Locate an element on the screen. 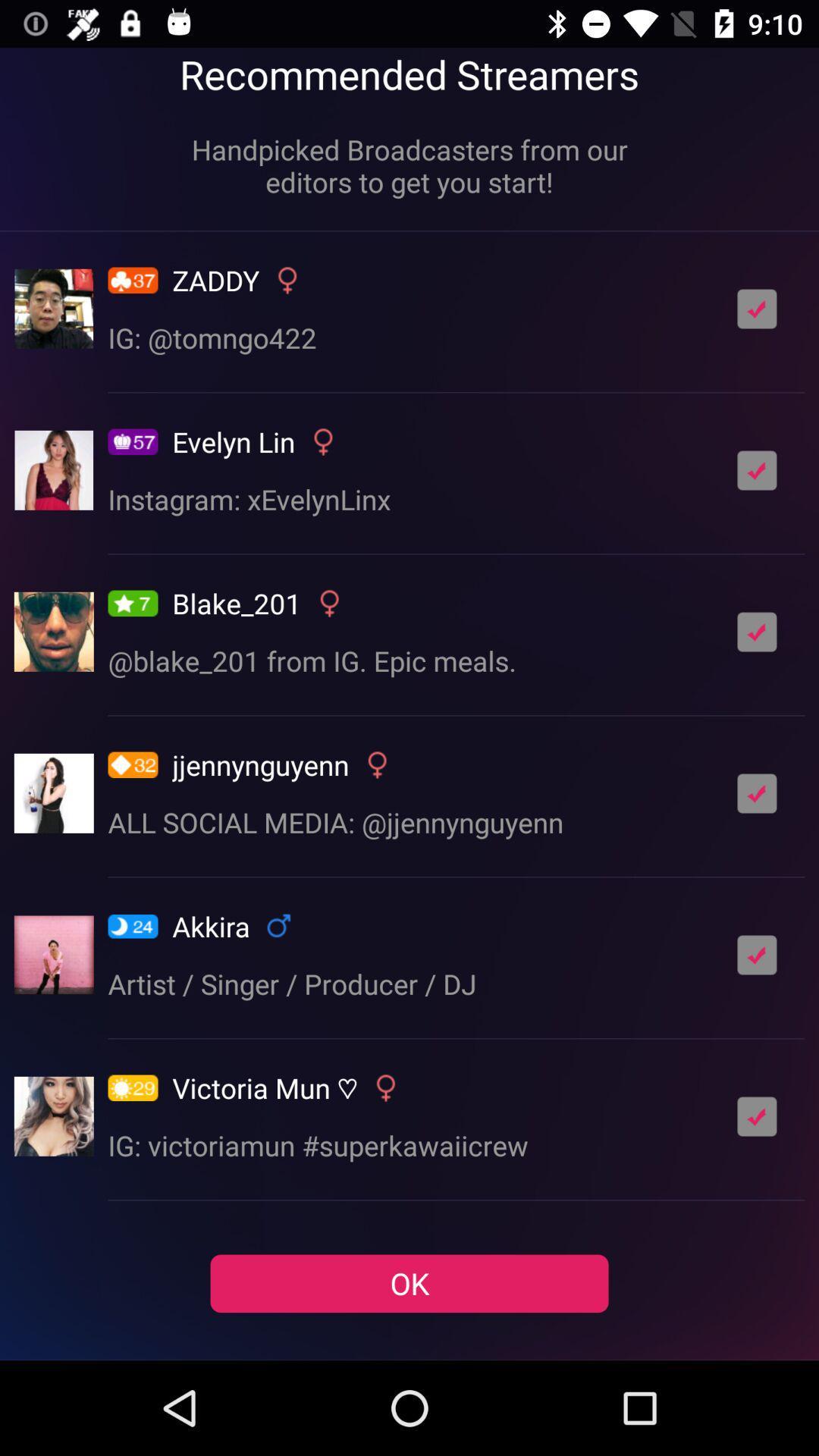  ok is located at coordinates (757, 954).